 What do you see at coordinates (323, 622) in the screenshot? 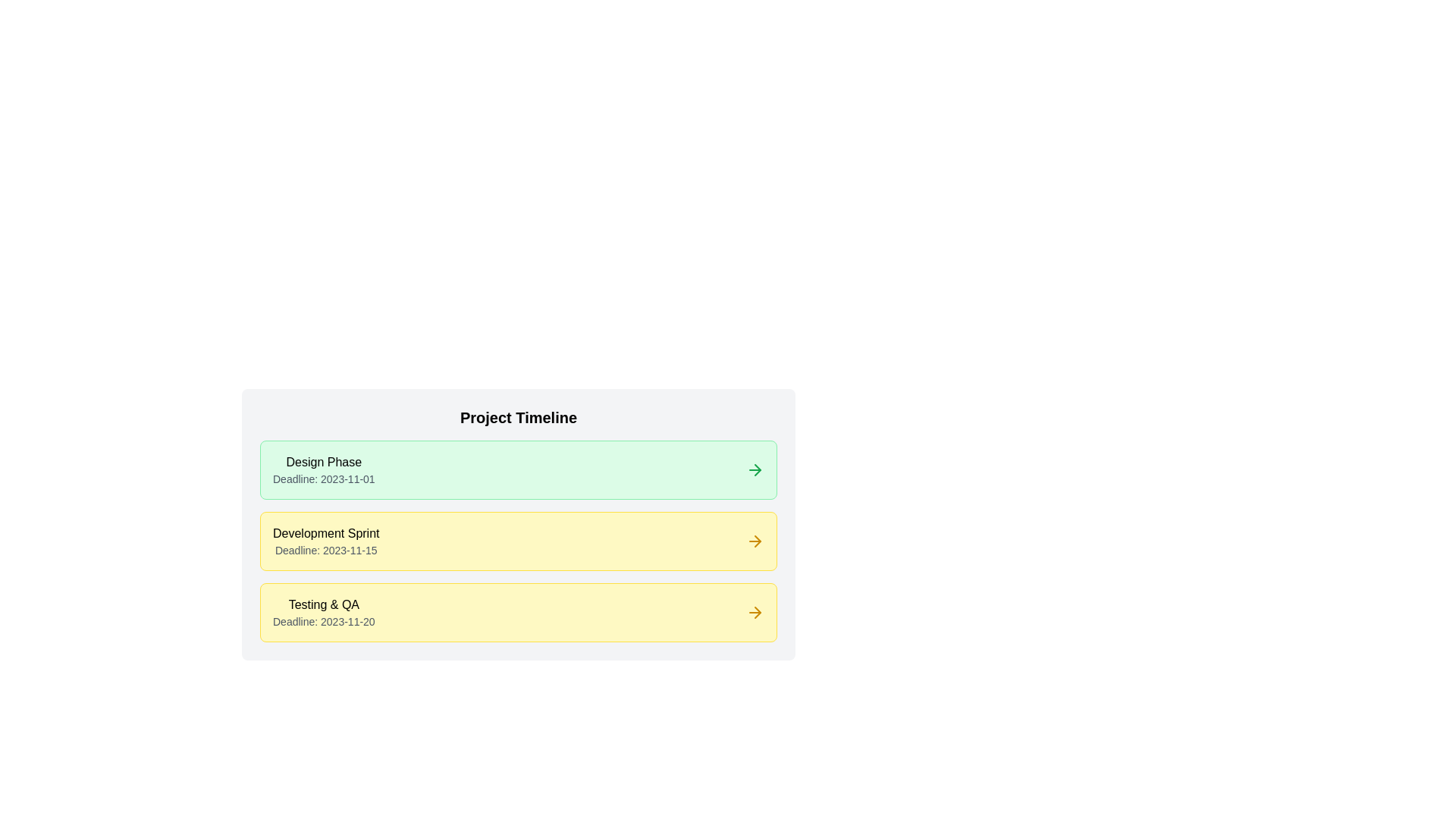
I see `the static text displaying the deadline date 'Deadline: 2023-11-20', located at the bottom of the 'Testing & QA' task block in a smaller gray text style` at bounding box center [323, 622].